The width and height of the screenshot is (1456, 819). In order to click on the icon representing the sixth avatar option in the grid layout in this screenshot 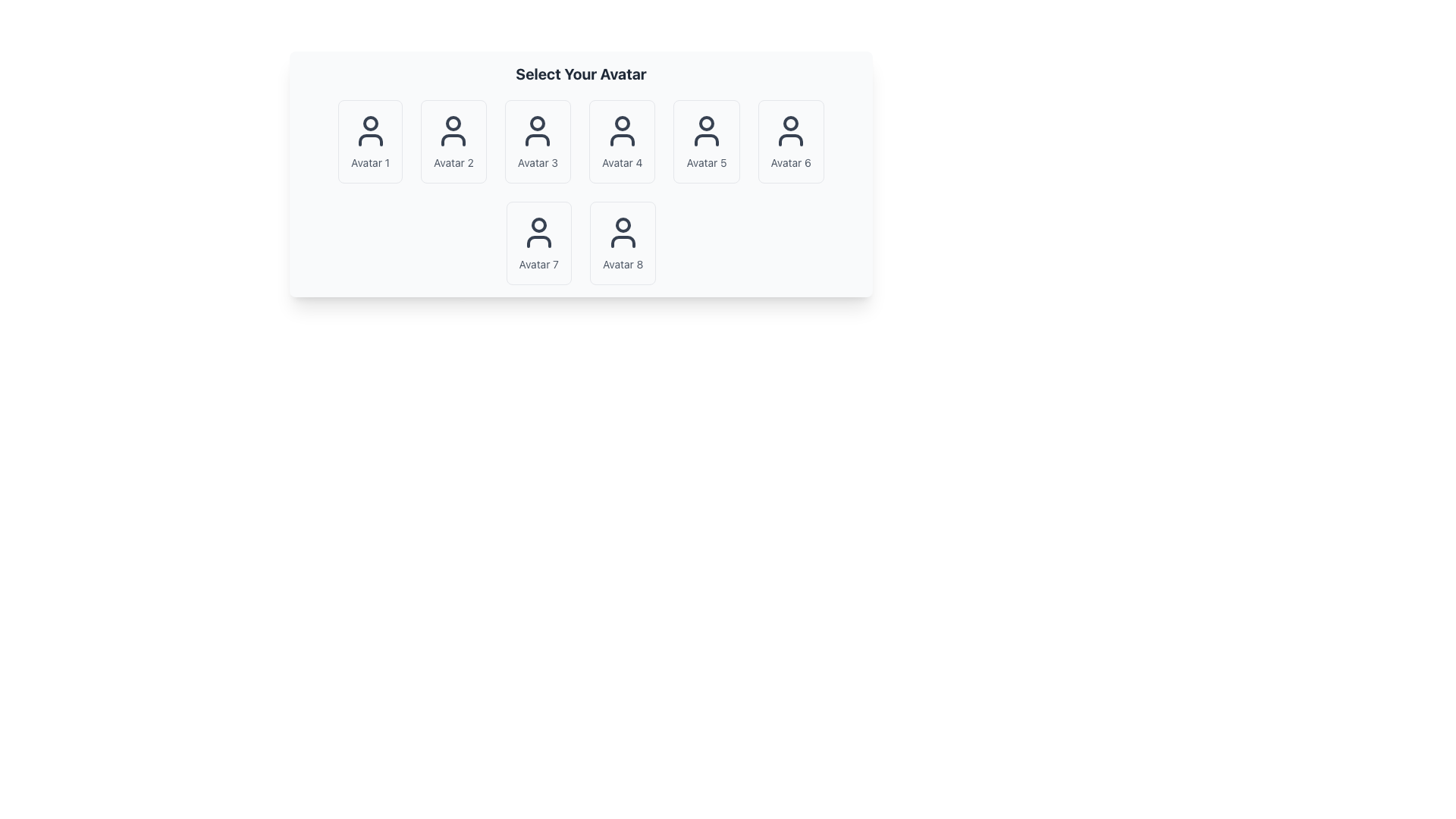, I will do `click(790, 130)`.